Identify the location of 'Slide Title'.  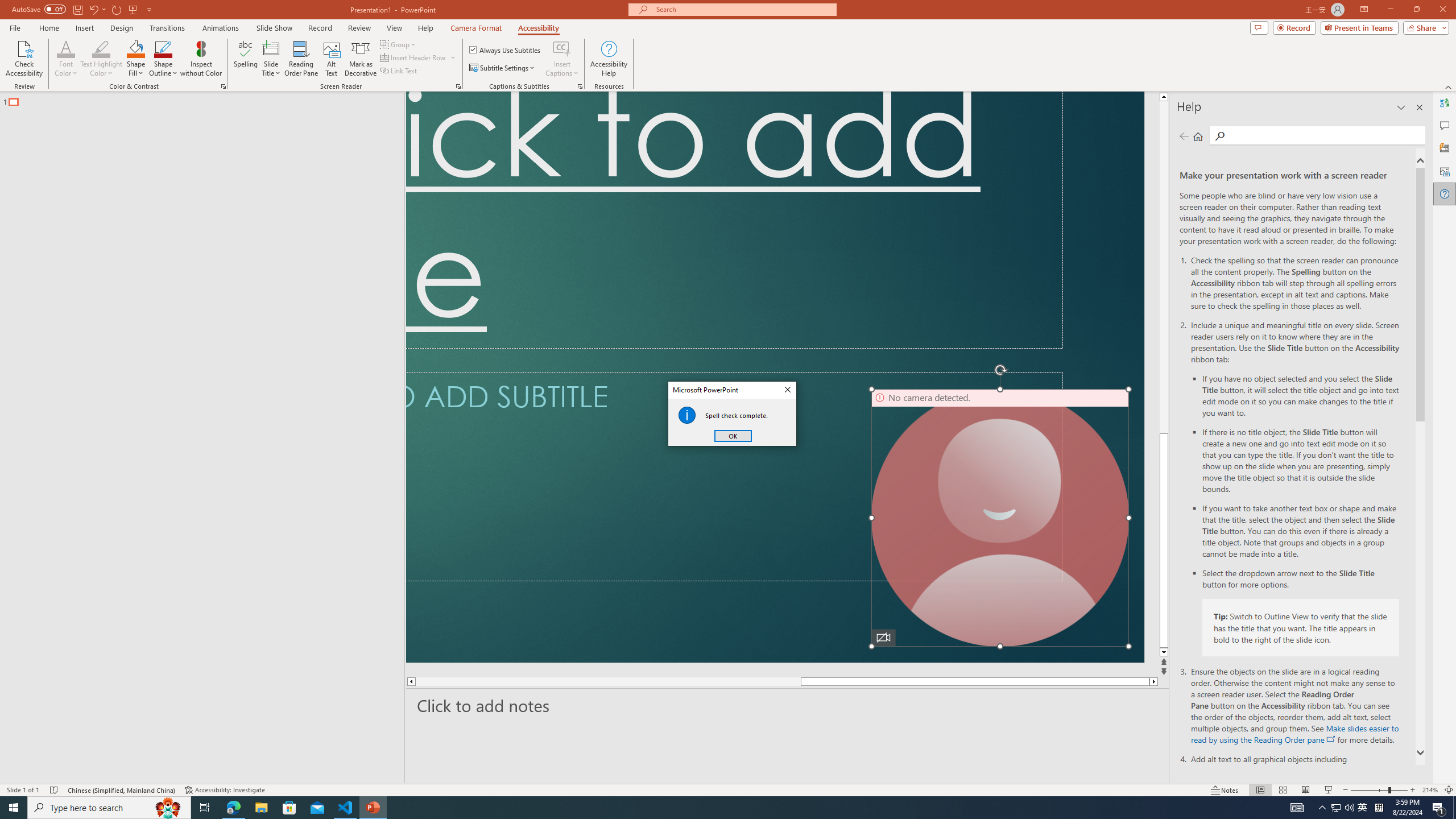
(271, 59).